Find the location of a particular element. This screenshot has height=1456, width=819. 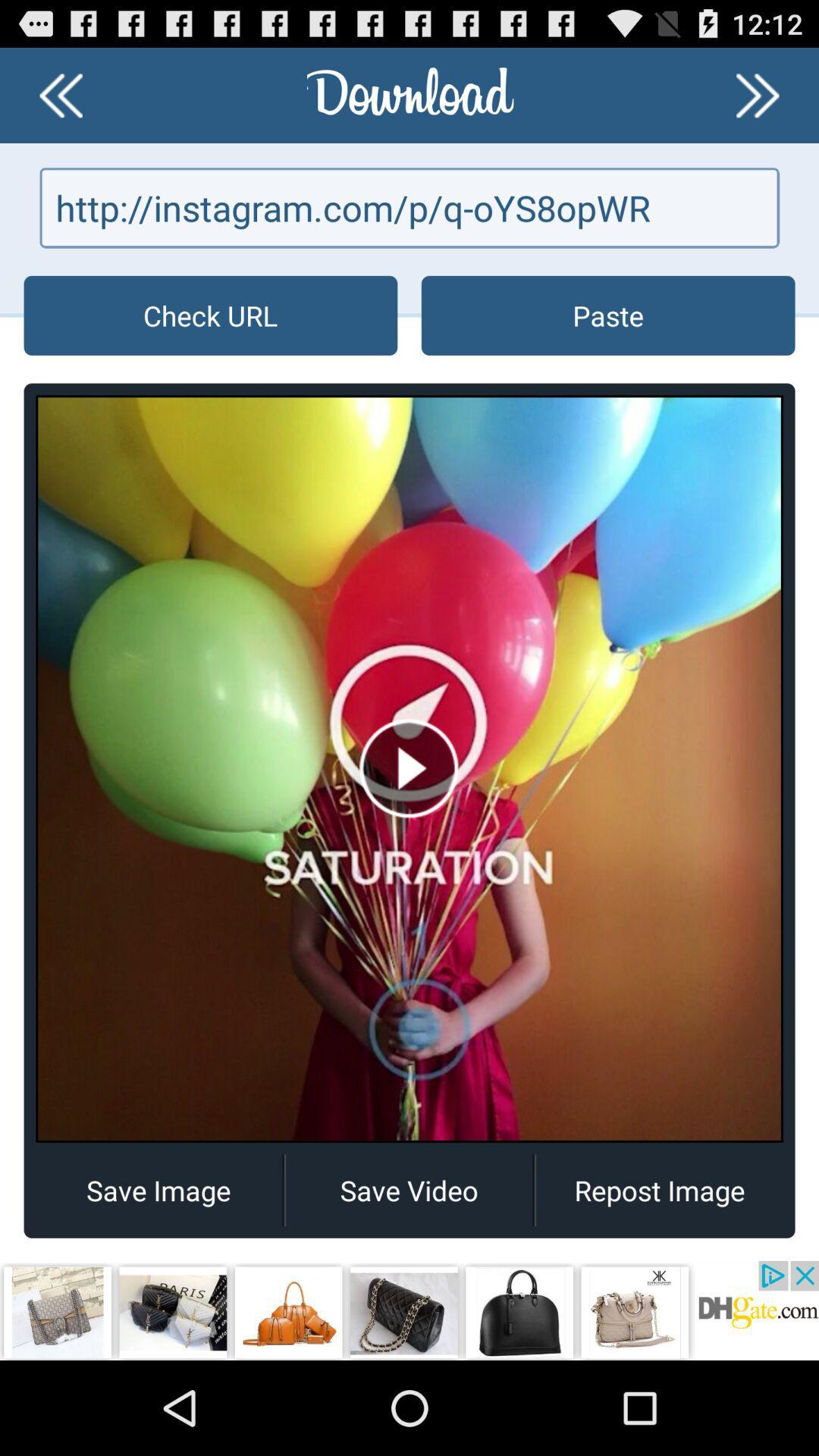

the av_rewind icon is located at coordinates (60, 101).